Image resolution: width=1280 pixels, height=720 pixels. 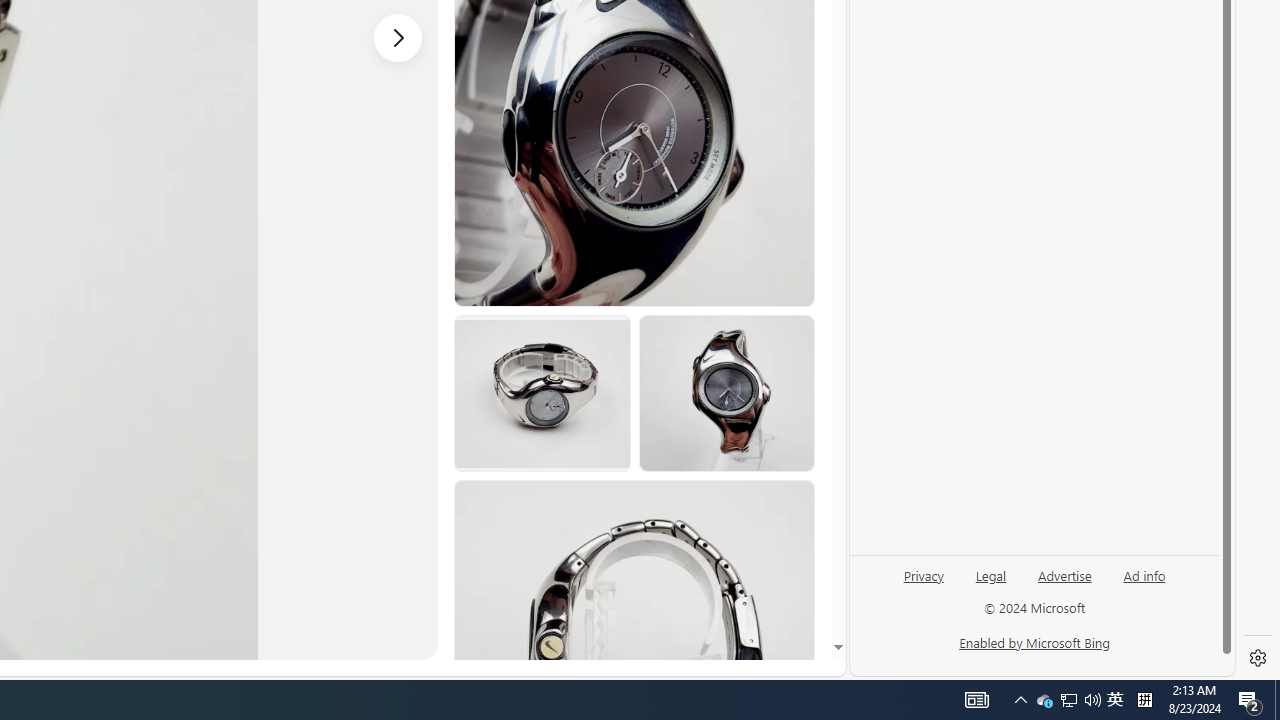 What do you see at coordinates (922, 583) in the screenshot?
I see `'Privacy'` at bounding box center [922, 583].